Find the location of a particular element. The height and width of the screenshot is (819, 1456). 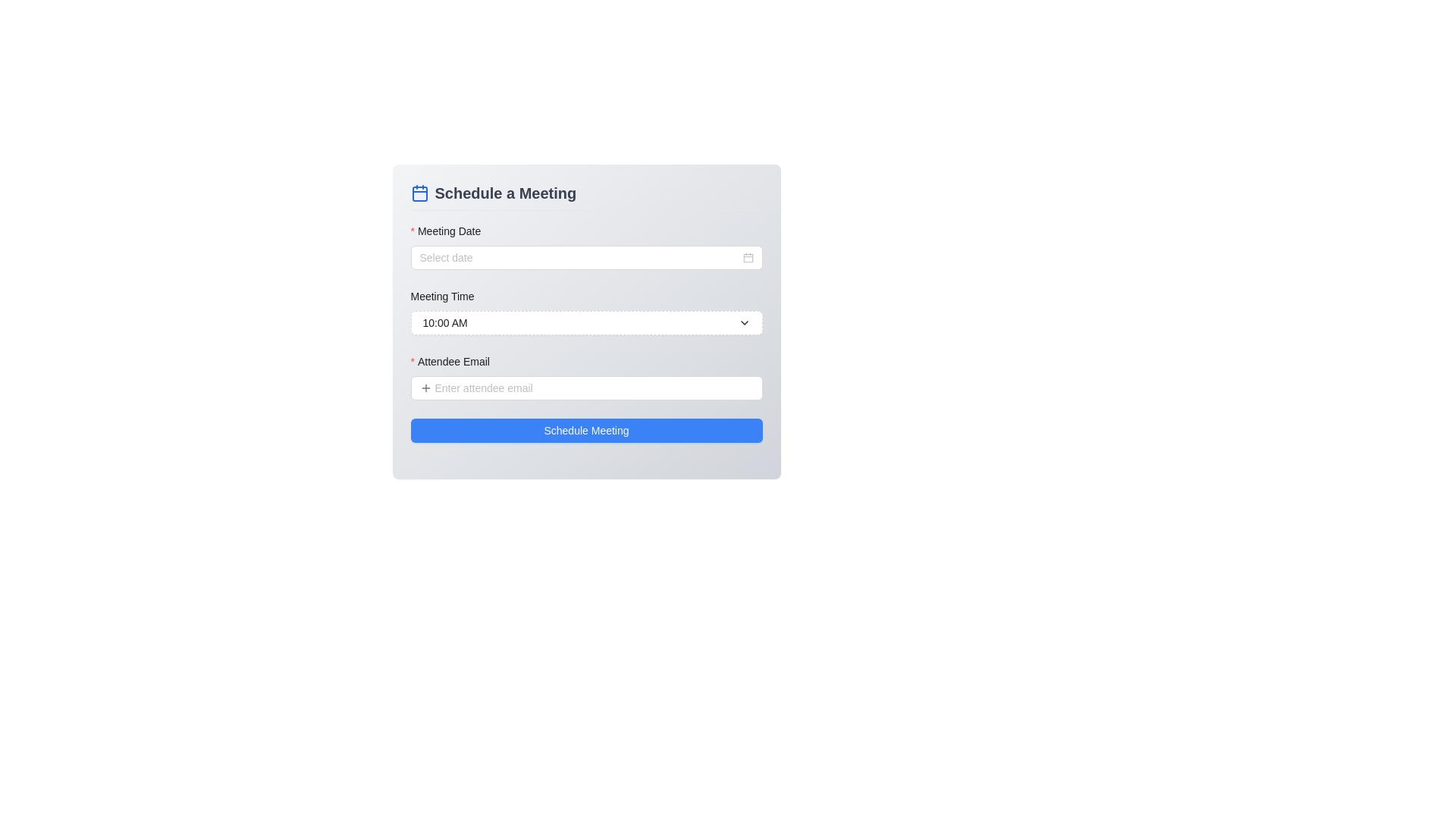

the plus icon located in the prefix area of the 'Attendee Email' input field, which allows users to add an attendee email is located at coordinates (425, 388).